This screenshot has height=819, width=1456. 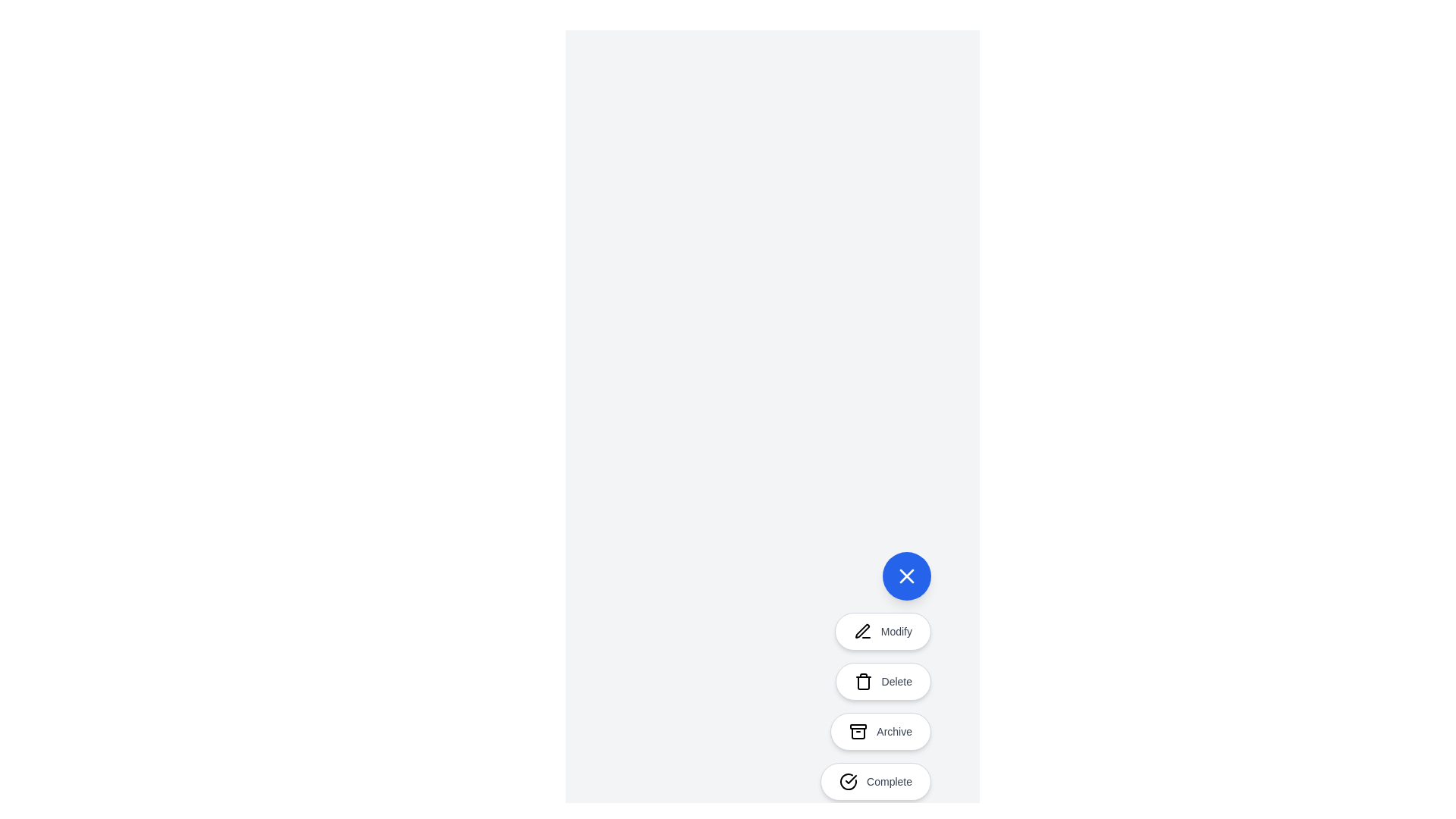 I want to click on the 'Complete' button, so click(x=876, y=781).